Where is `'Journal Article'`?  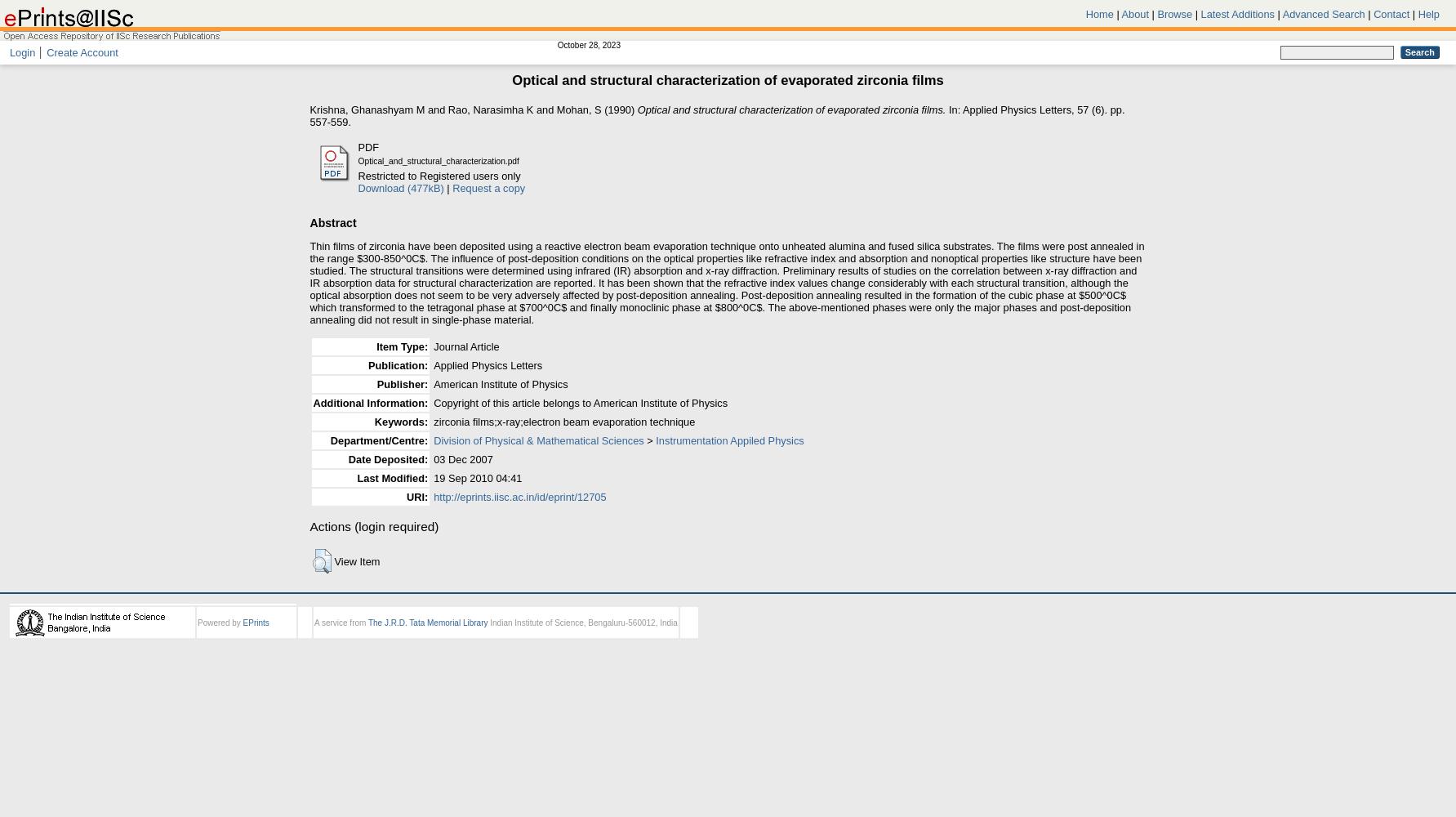 'Journal Article' is located at coordinates (432, 346).